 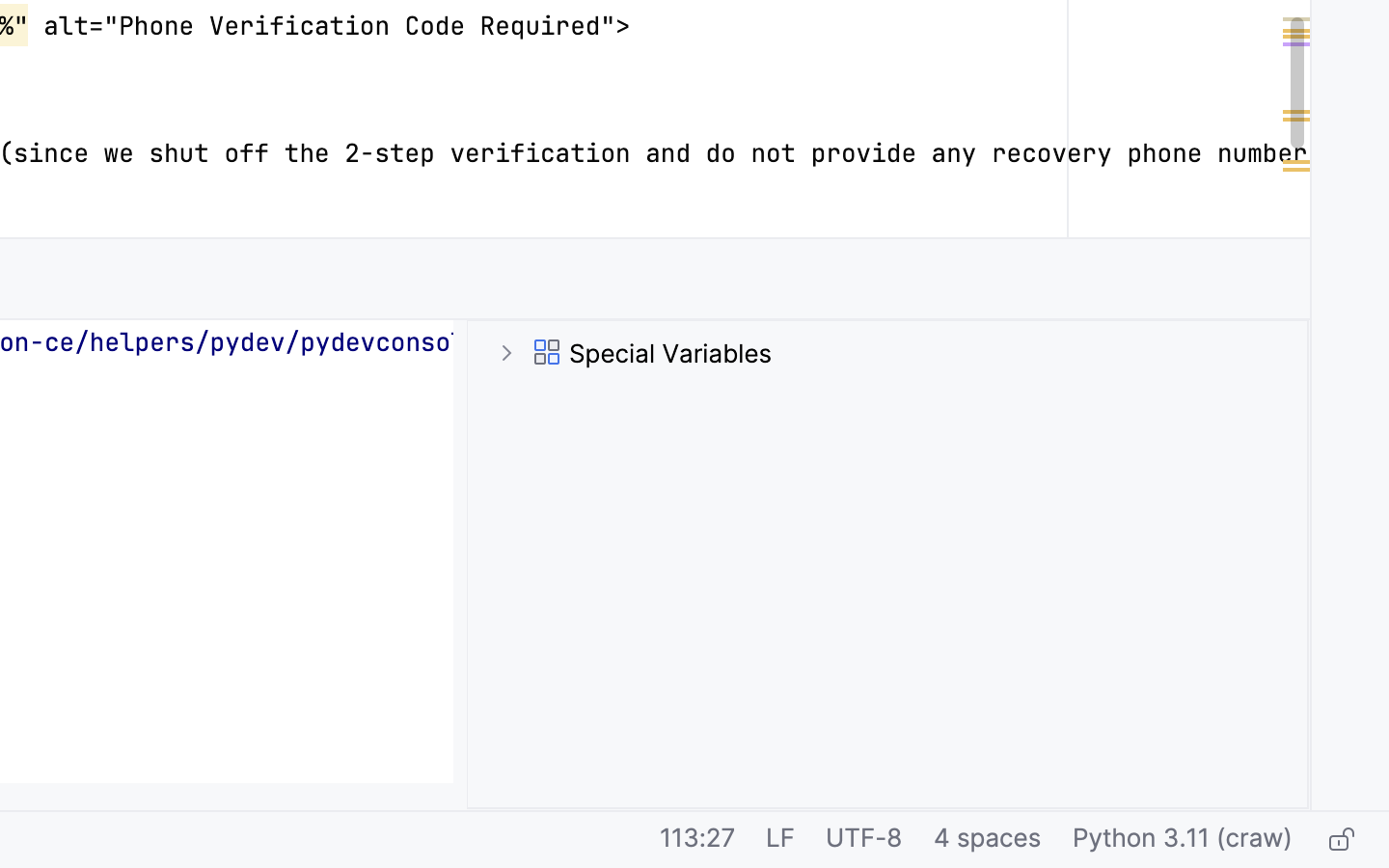 I want to click on '4 spaces', so click(x=987, y=840).